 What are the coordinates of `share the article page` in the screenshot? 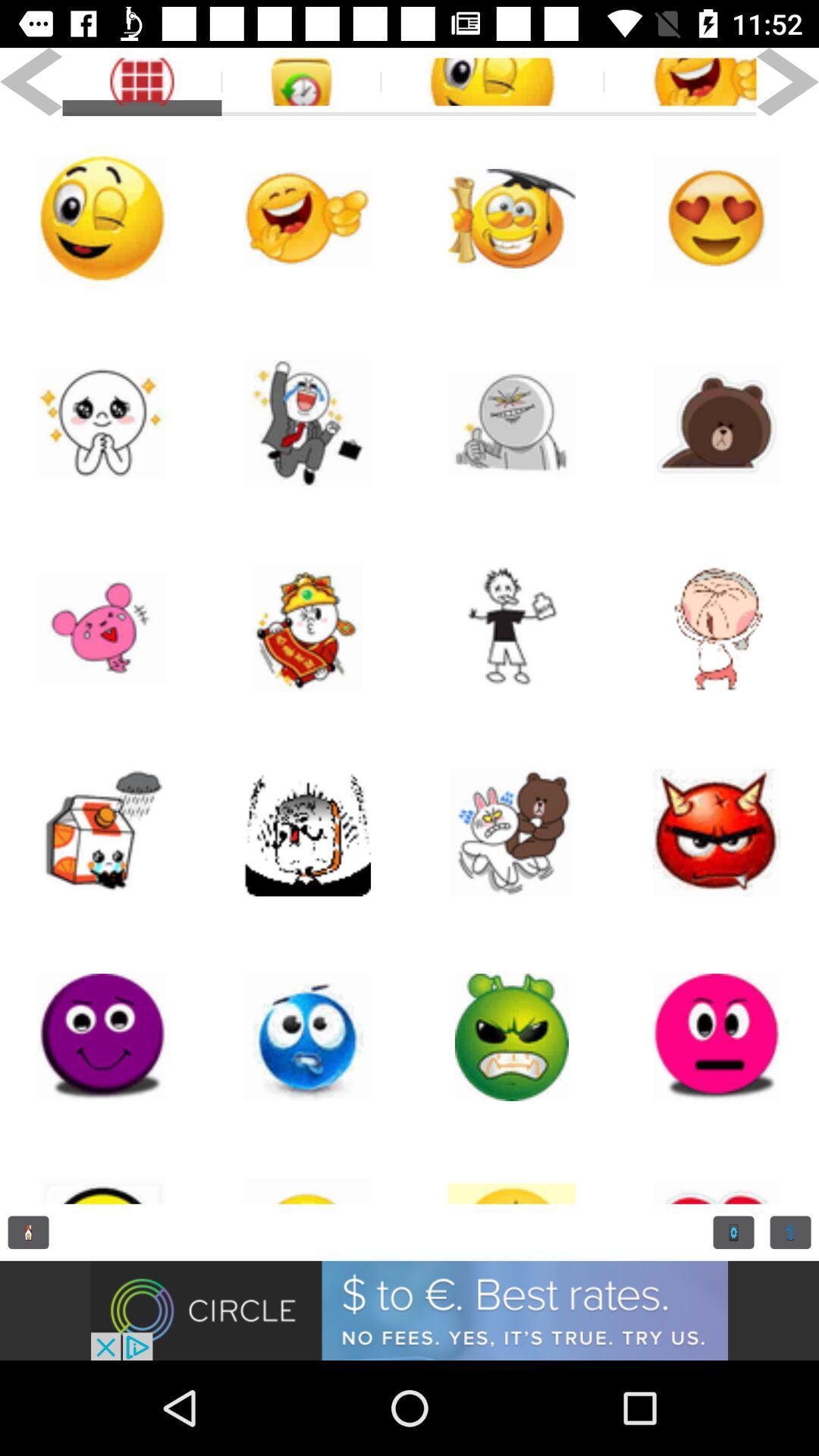 It's located at (512, 628).